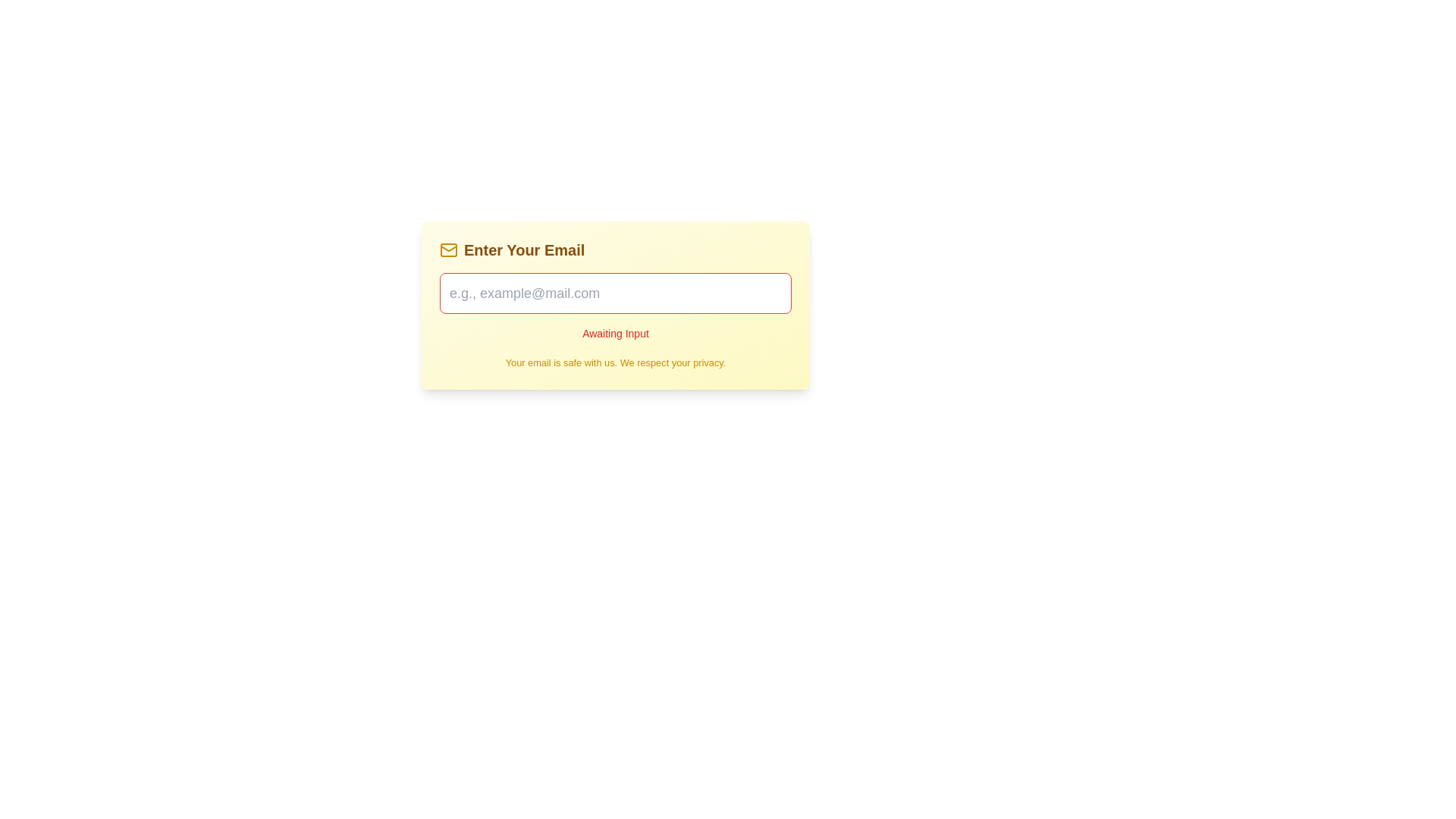 This screenshot has width=1456, height=819. I want to click on the assurance message text element that informs users about the privacy and safety of their email information, located below the input field and 'Awaiting Input' message, centered in the form section, so click(615, 362).